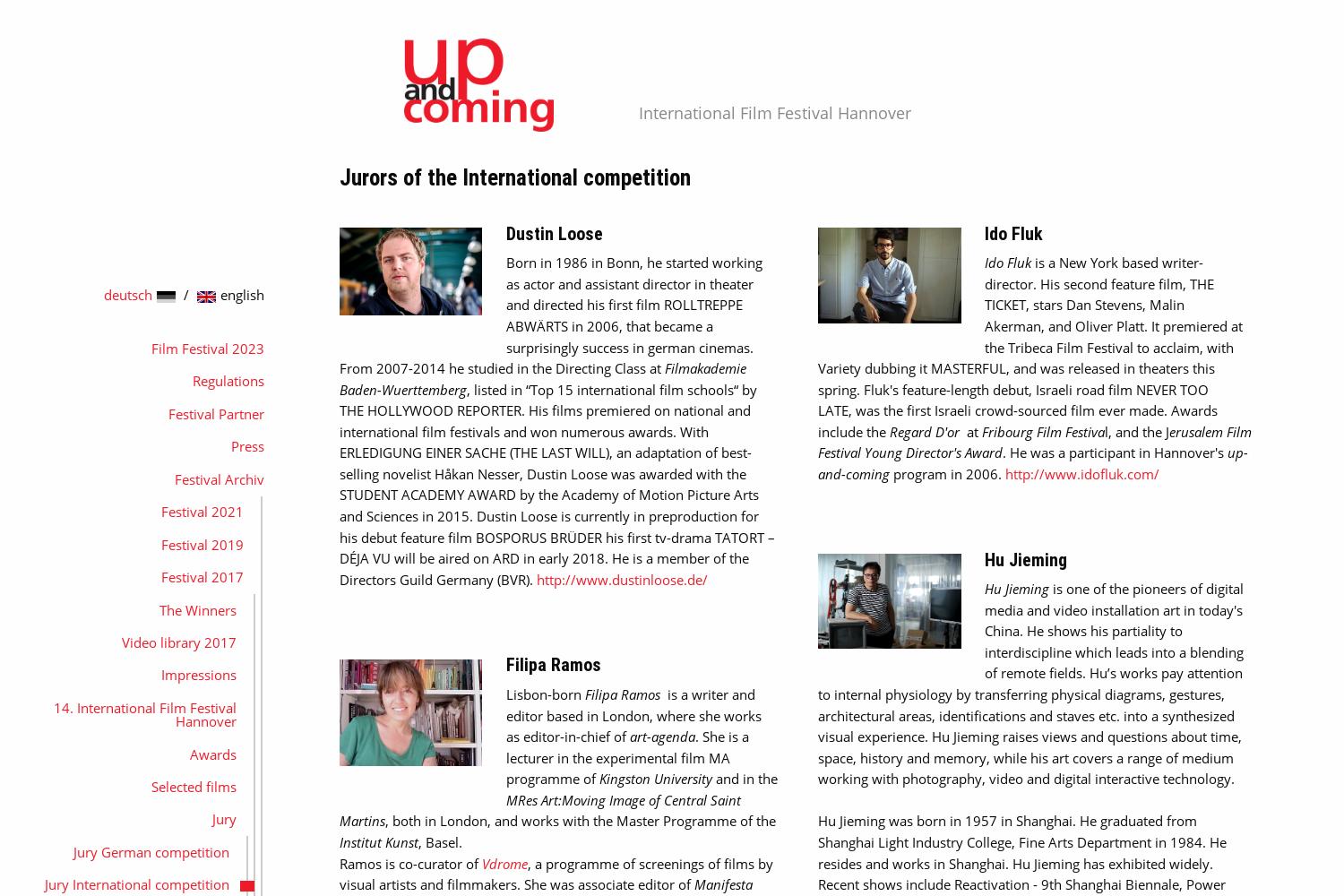  What do you see at coordinates (1002, 452) in the screenshot?
I see `'. He was a participant in Hannover's'` at bounding box center [1002, 452].